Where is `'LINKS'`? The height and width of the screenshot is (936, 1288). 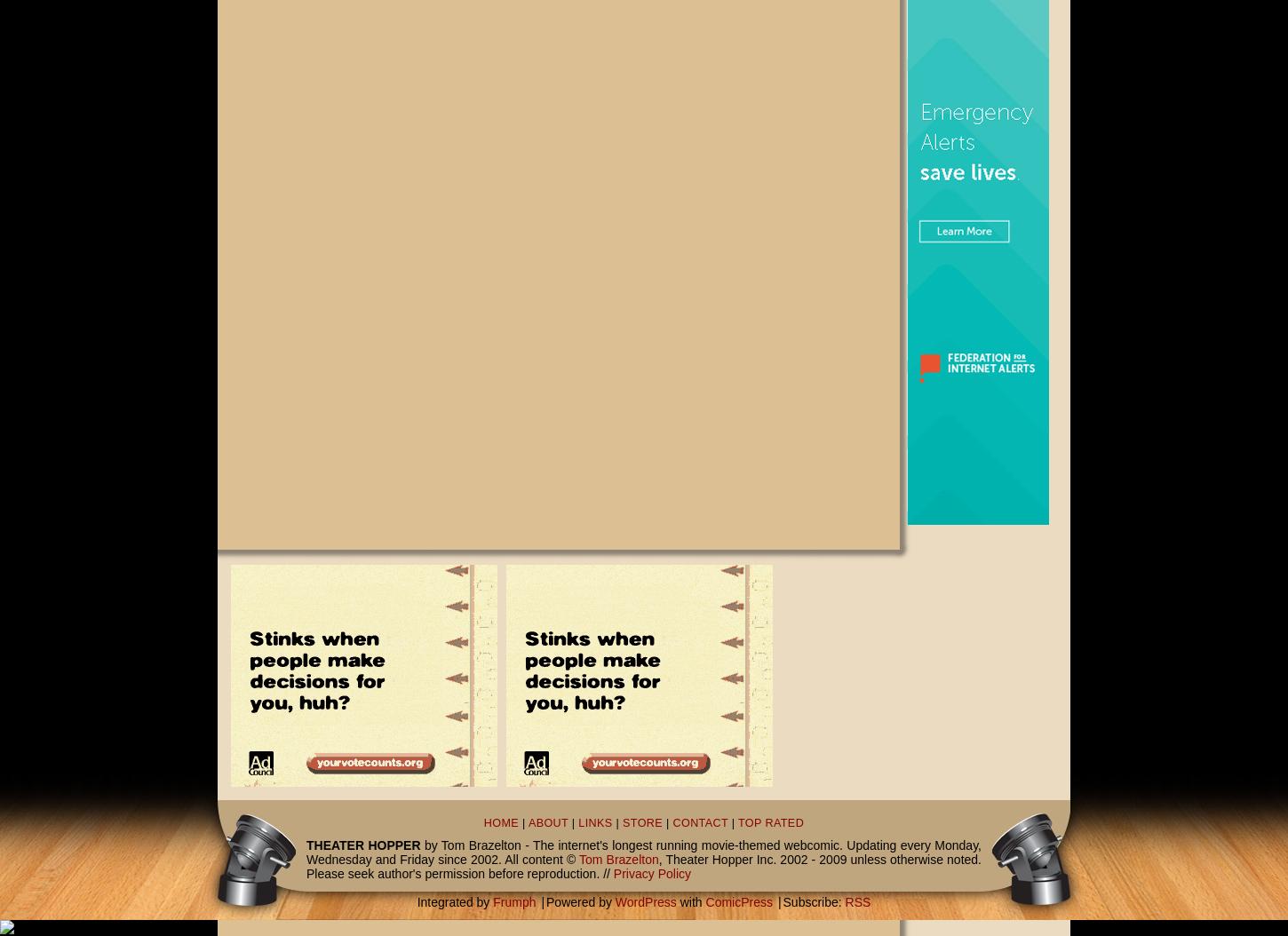
'LINKS' is located at coordinates (594, 821).